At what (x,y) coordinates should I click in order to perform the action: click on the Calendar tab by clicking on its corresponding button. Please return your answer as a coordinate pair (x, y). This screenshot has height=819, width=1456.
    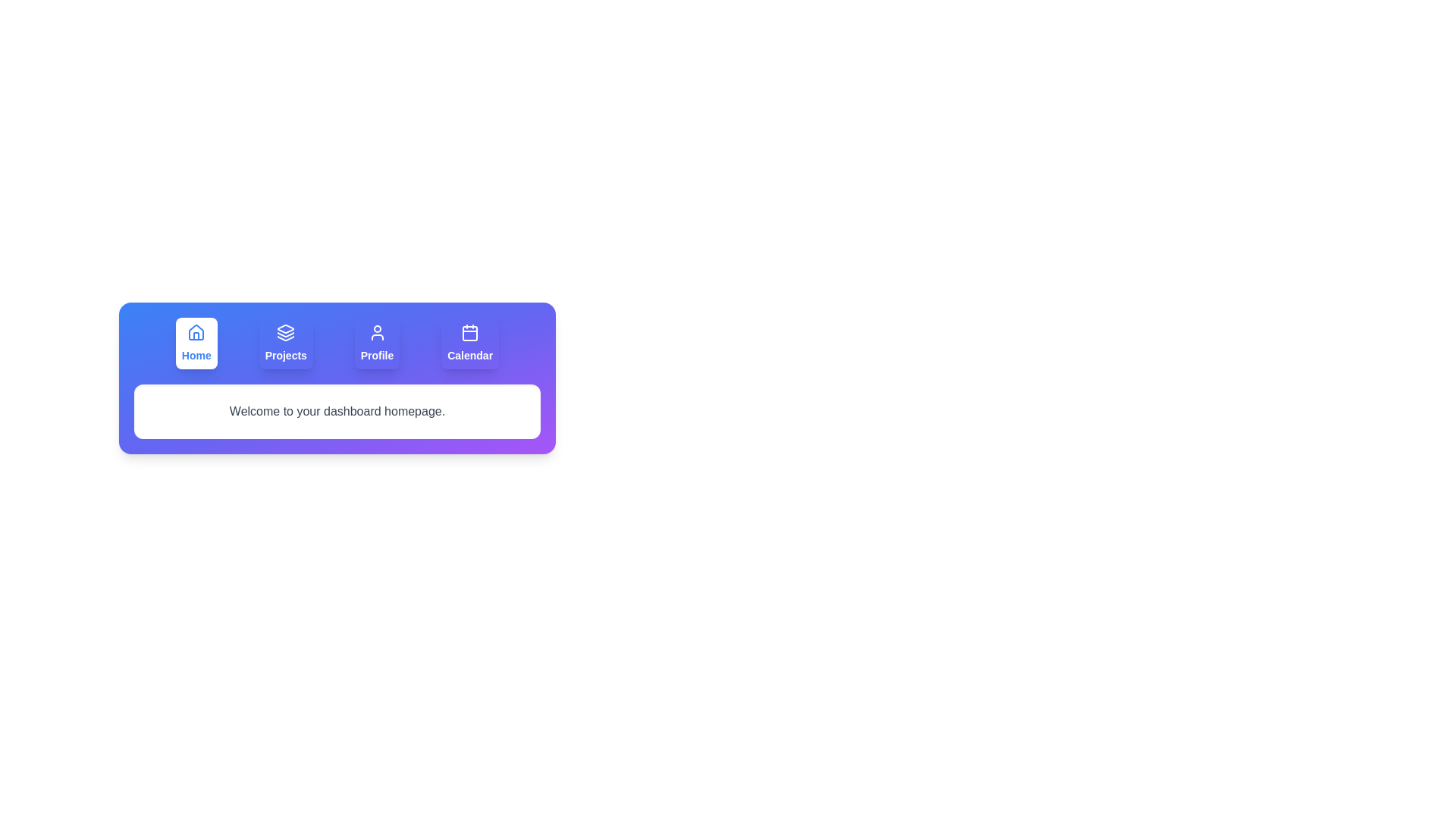
    Looking at the image, I should click on (469, 343).